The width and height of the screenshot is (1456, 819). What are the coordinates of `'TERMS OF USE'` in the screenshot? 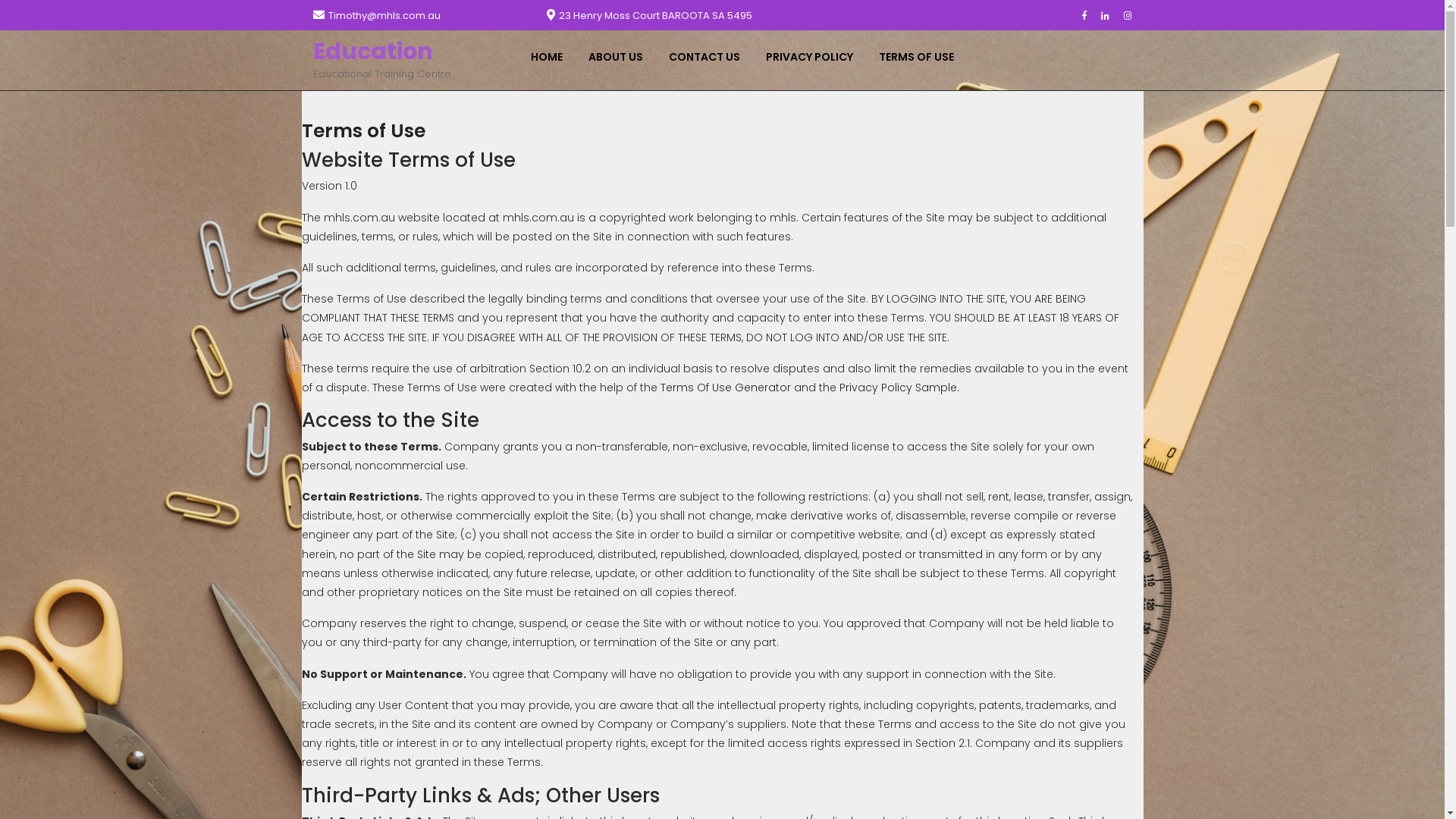 It's located at (871, 56).